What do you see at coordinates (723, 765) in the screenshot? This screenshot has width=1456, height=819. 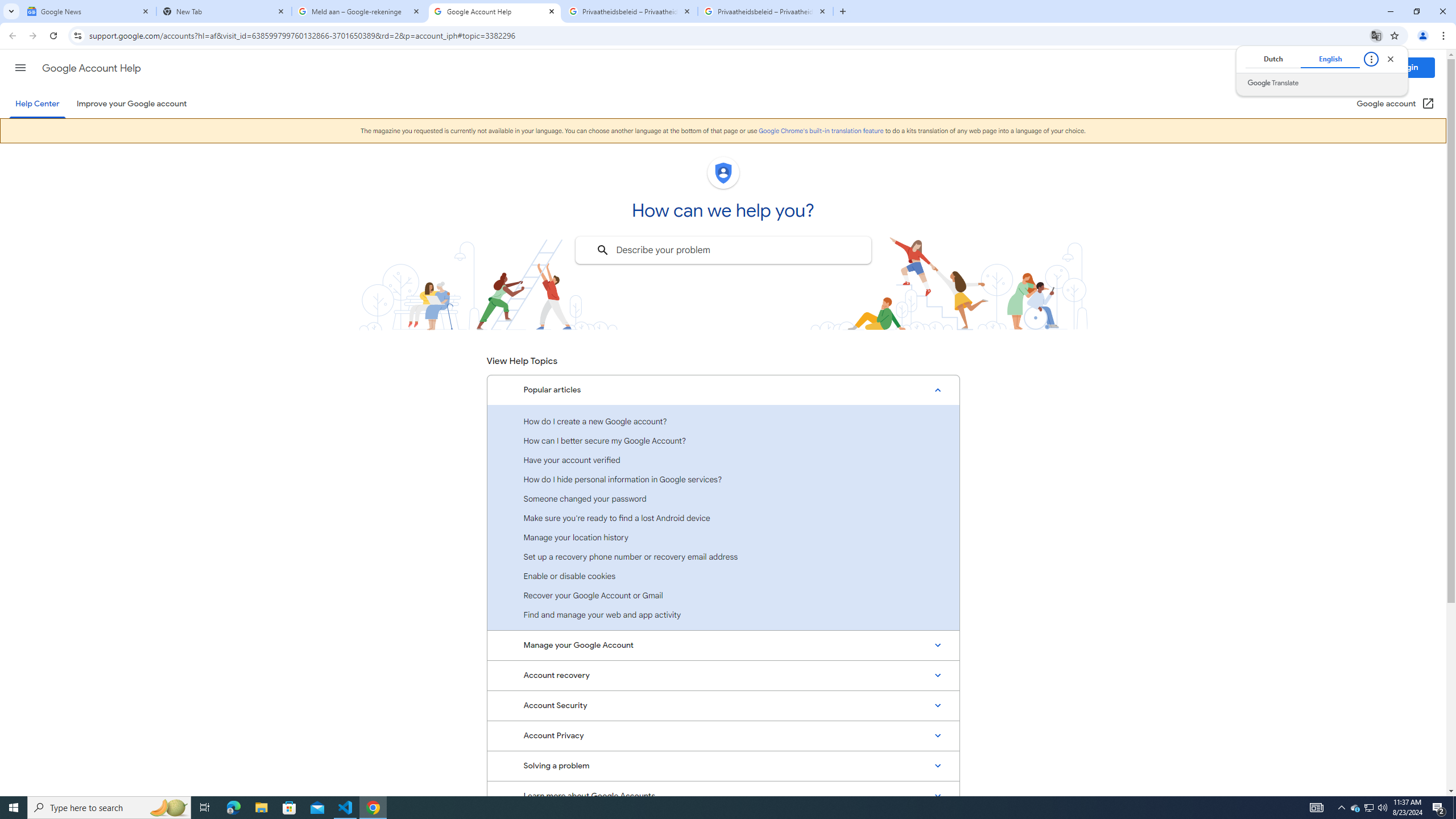 I see `'Solving a problem'` at bounding box center [723, 765].